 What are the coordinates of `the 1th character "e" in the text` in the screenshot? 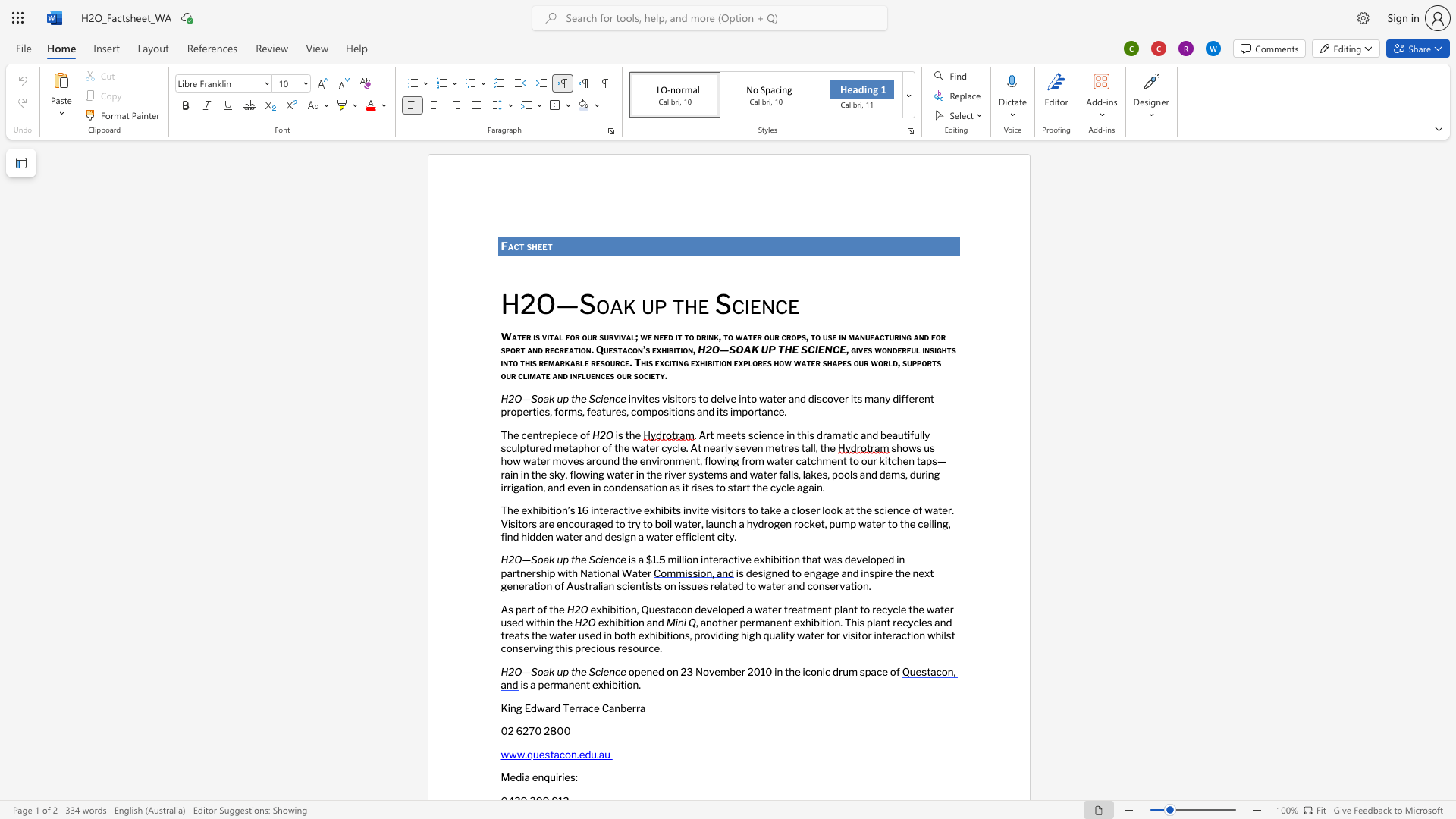 It's located at (600, 622).